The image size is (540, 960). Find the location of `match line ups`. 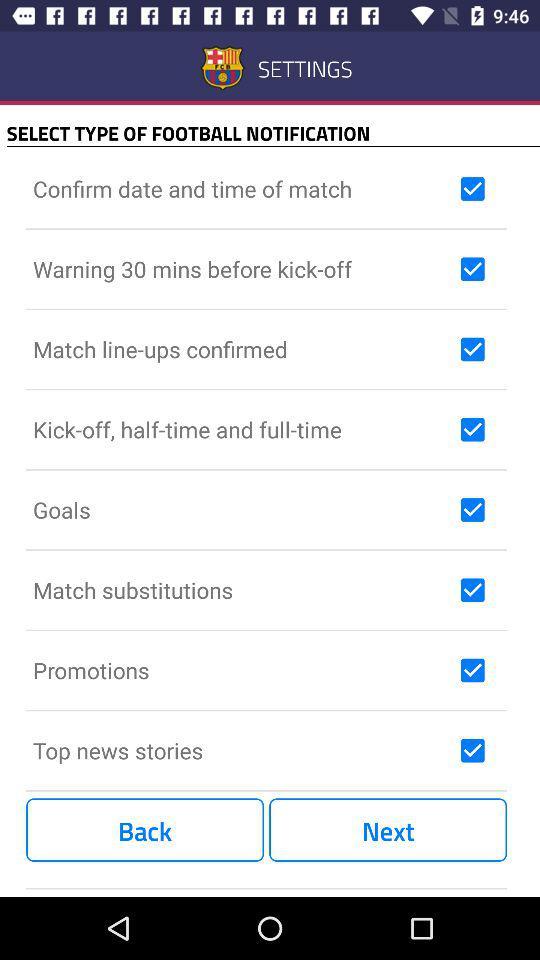

match line ups is located at coordinates (242, 349).